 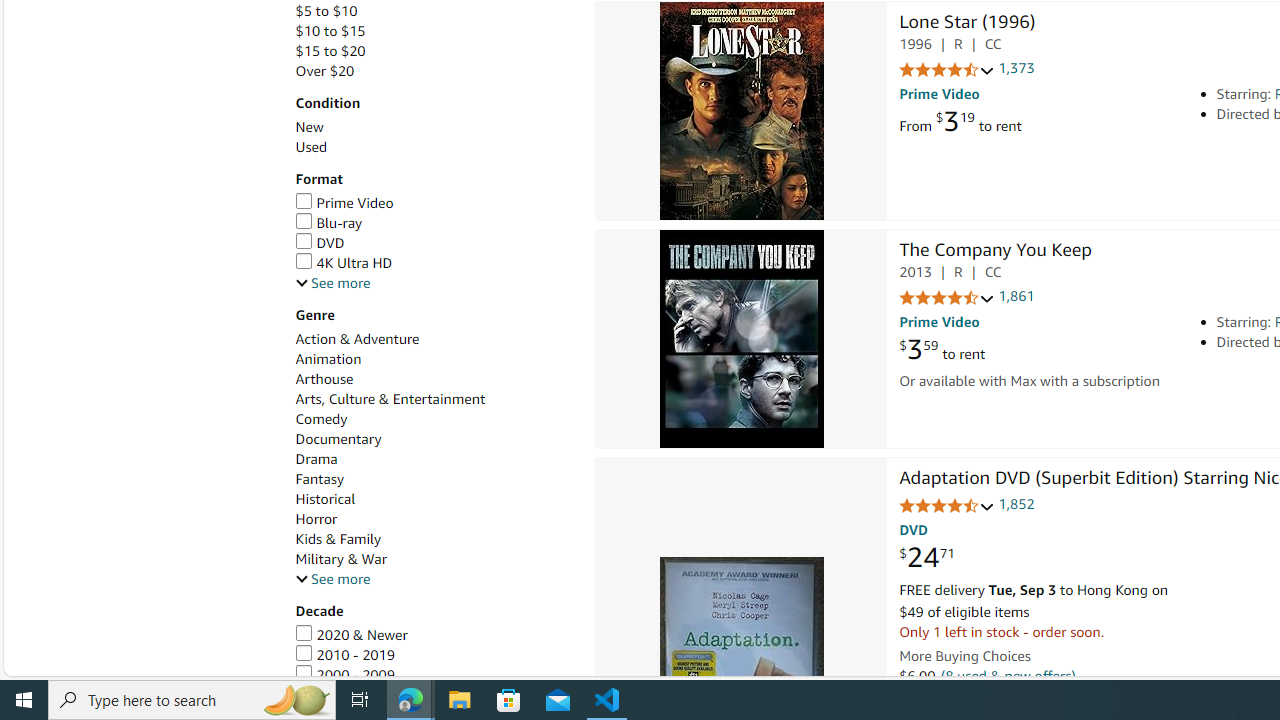 I want to click on '2020 & Newer', so click(x=351, y=635).